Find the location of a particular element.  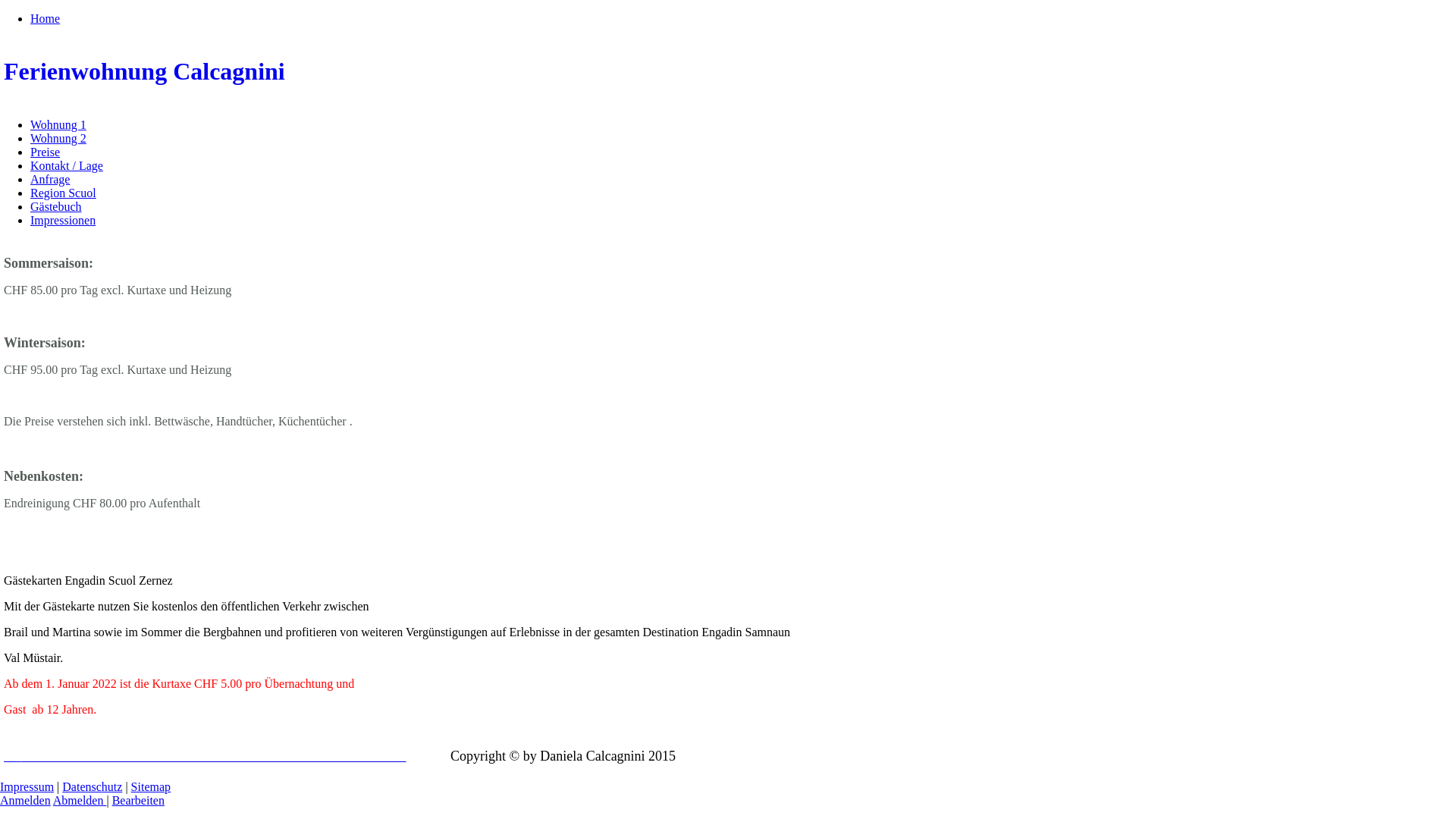

'Abmelden' is located at coordinates (79, 799).